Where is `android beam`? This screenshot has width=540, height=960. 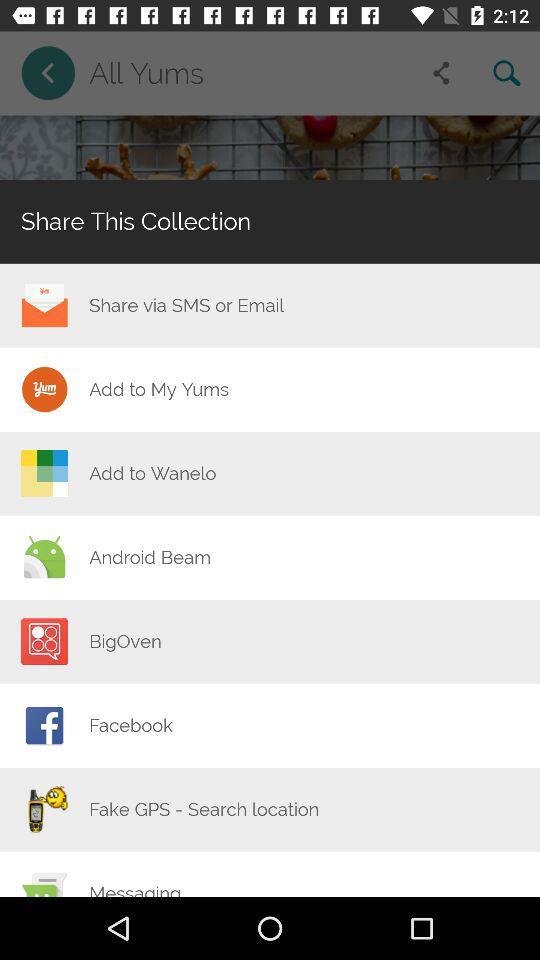 android beam is located at coordinates (149, 557).